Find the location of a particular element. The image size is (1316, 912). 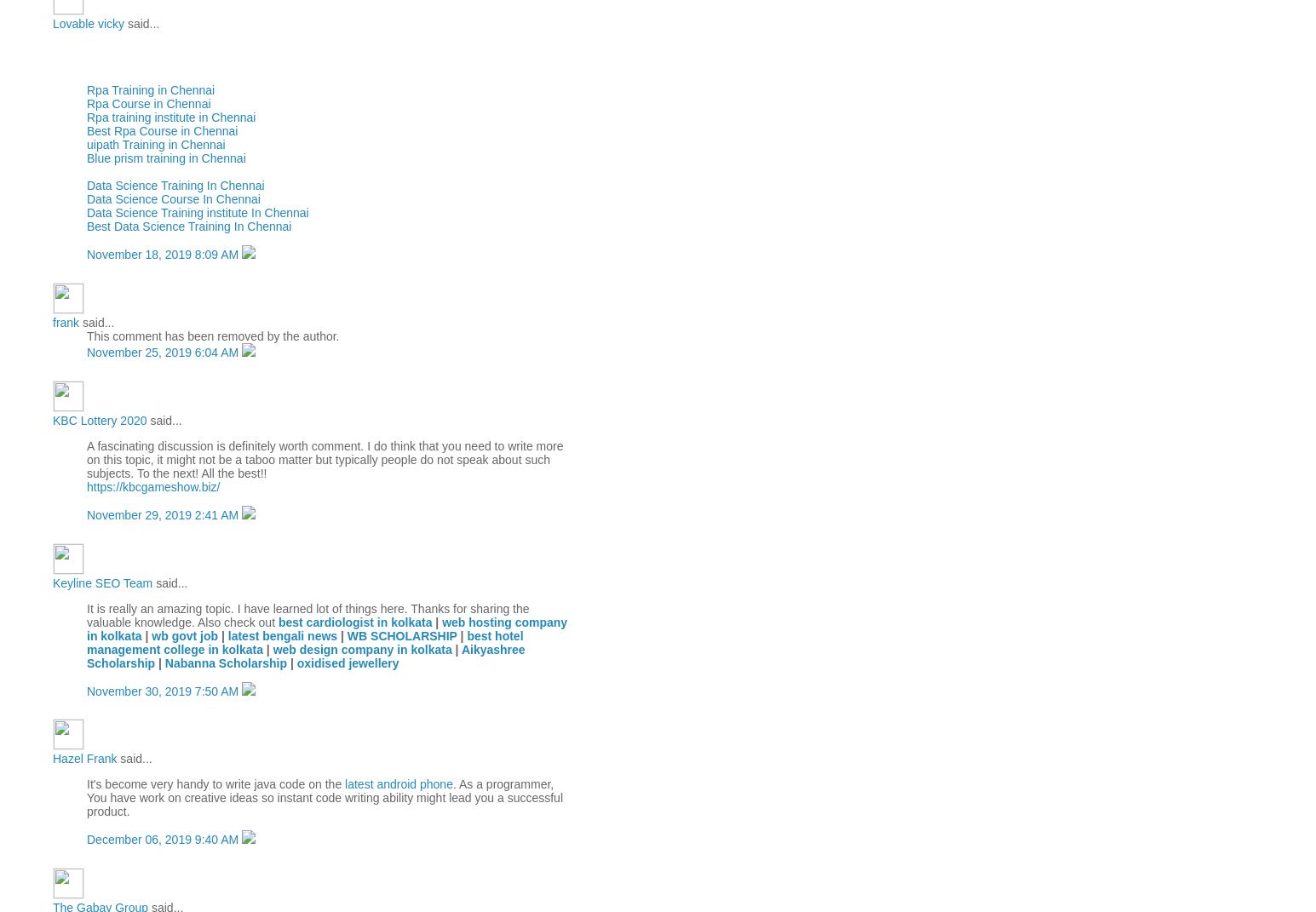

'uipath Training in Chennai' is located at coordinates (85, 143).